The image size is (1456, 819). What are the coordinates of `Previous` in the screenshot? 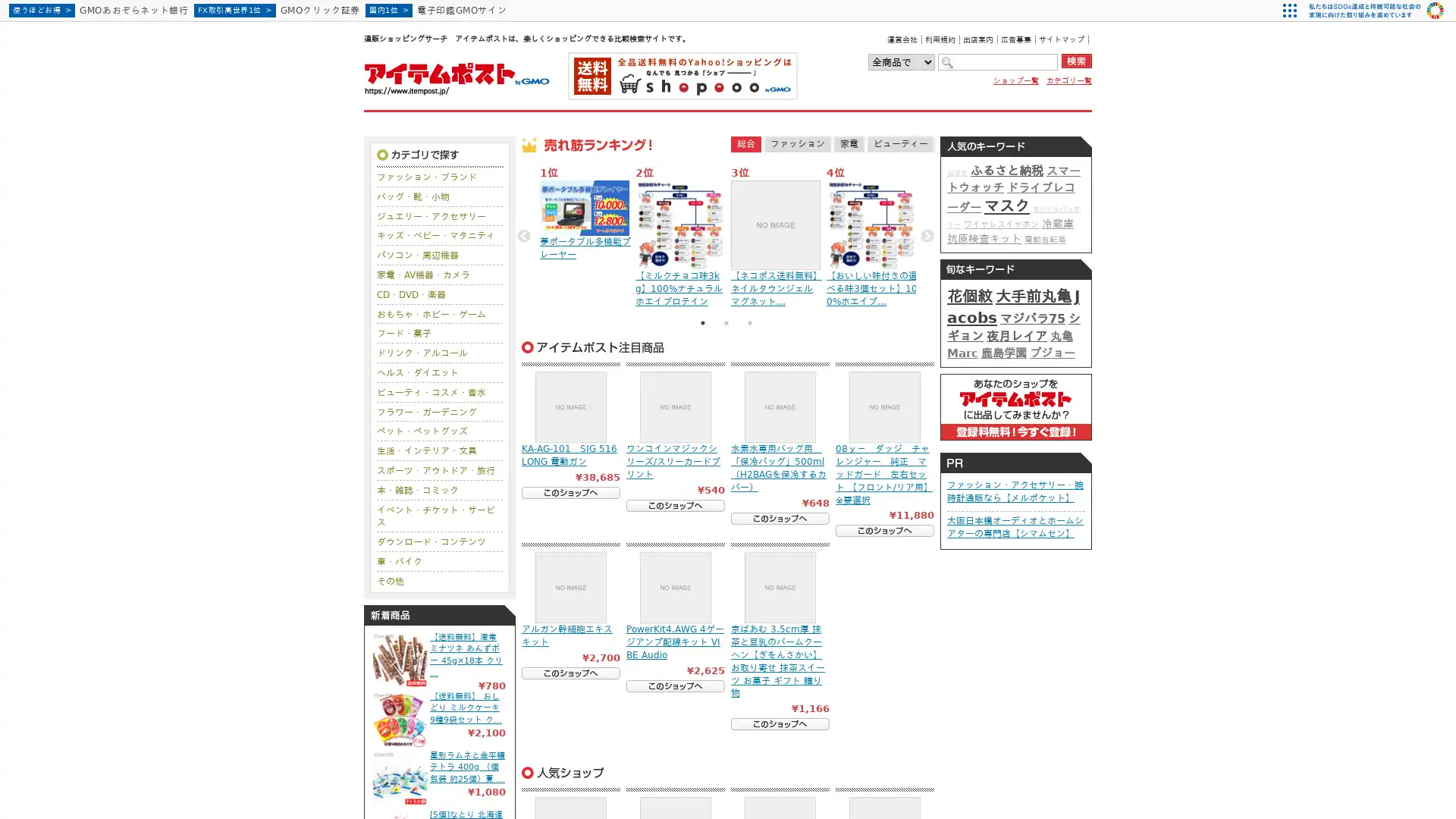 It's located at (524, 237).